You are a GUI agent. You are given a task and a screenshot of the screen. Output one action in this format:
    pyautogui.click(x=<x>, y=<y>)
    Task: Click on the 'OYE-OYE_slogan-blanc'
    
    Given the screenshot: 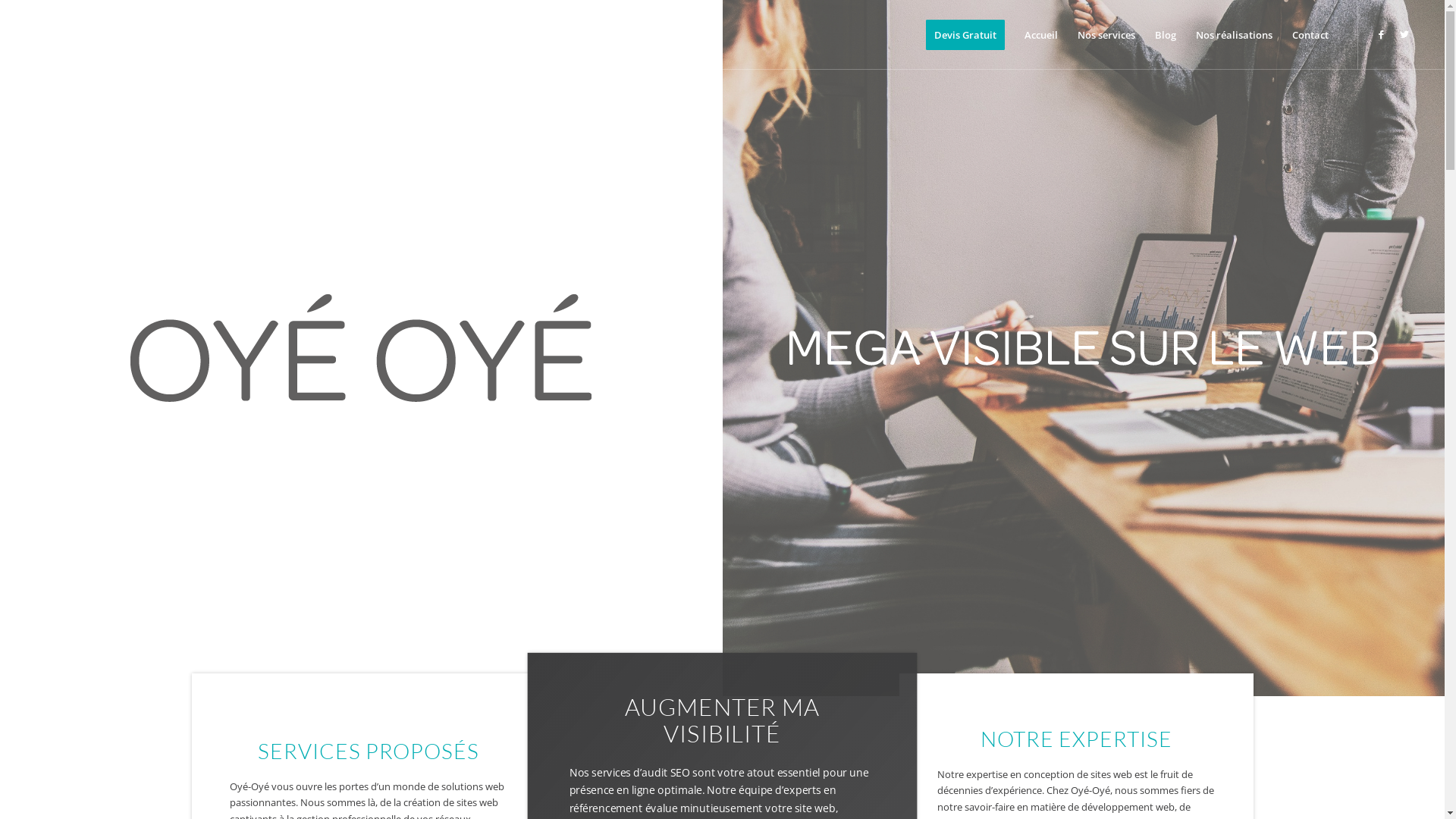 What is the action you would take?
    pyautogui.click(x=1083, y=348)
    